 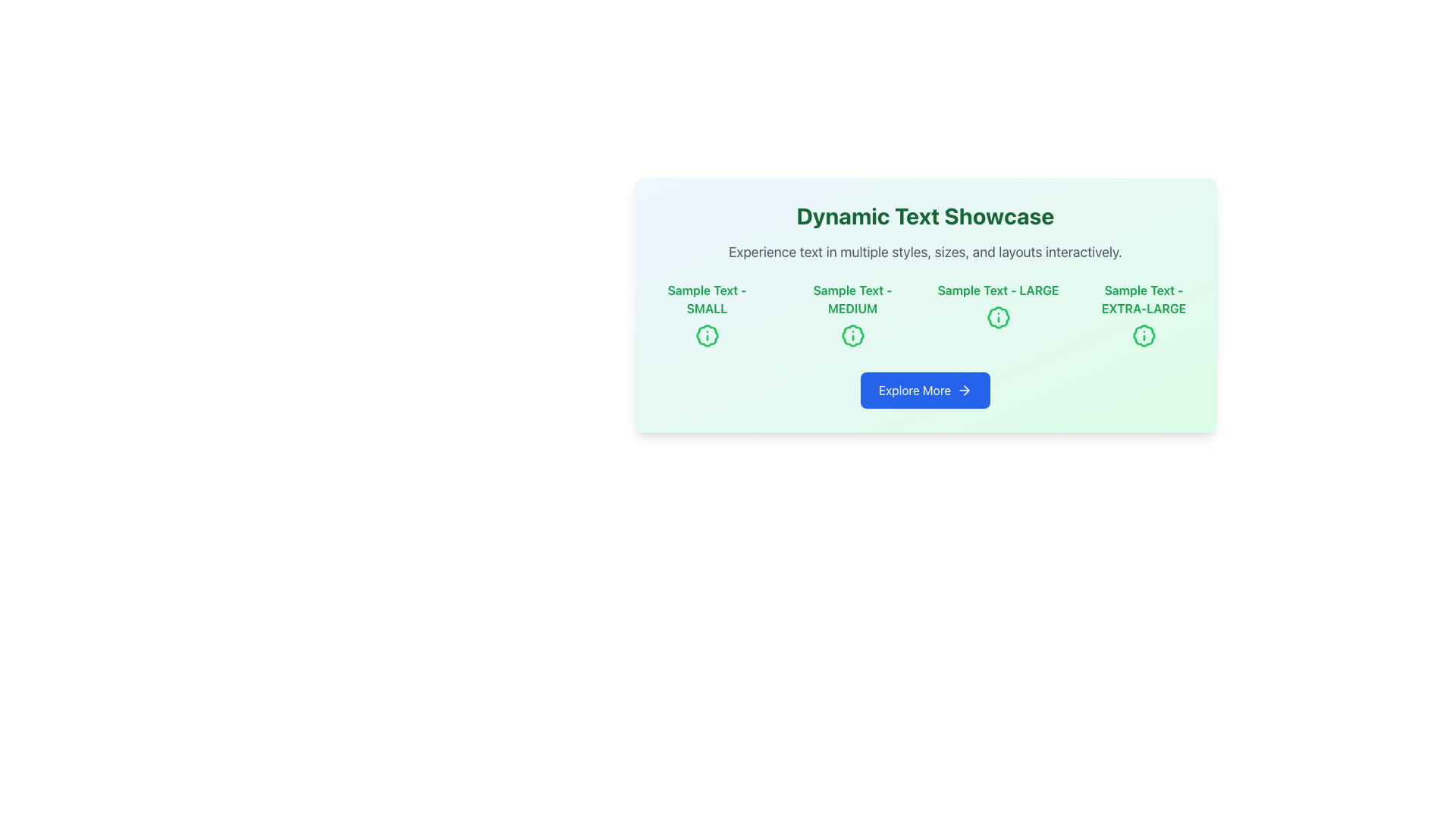 I want to click on the circular icon with a green border and central green dot, which is the third icon in a horizontal row of four, located below the heading 'Dynamic Text Showcase', so click(x=998, y=317).